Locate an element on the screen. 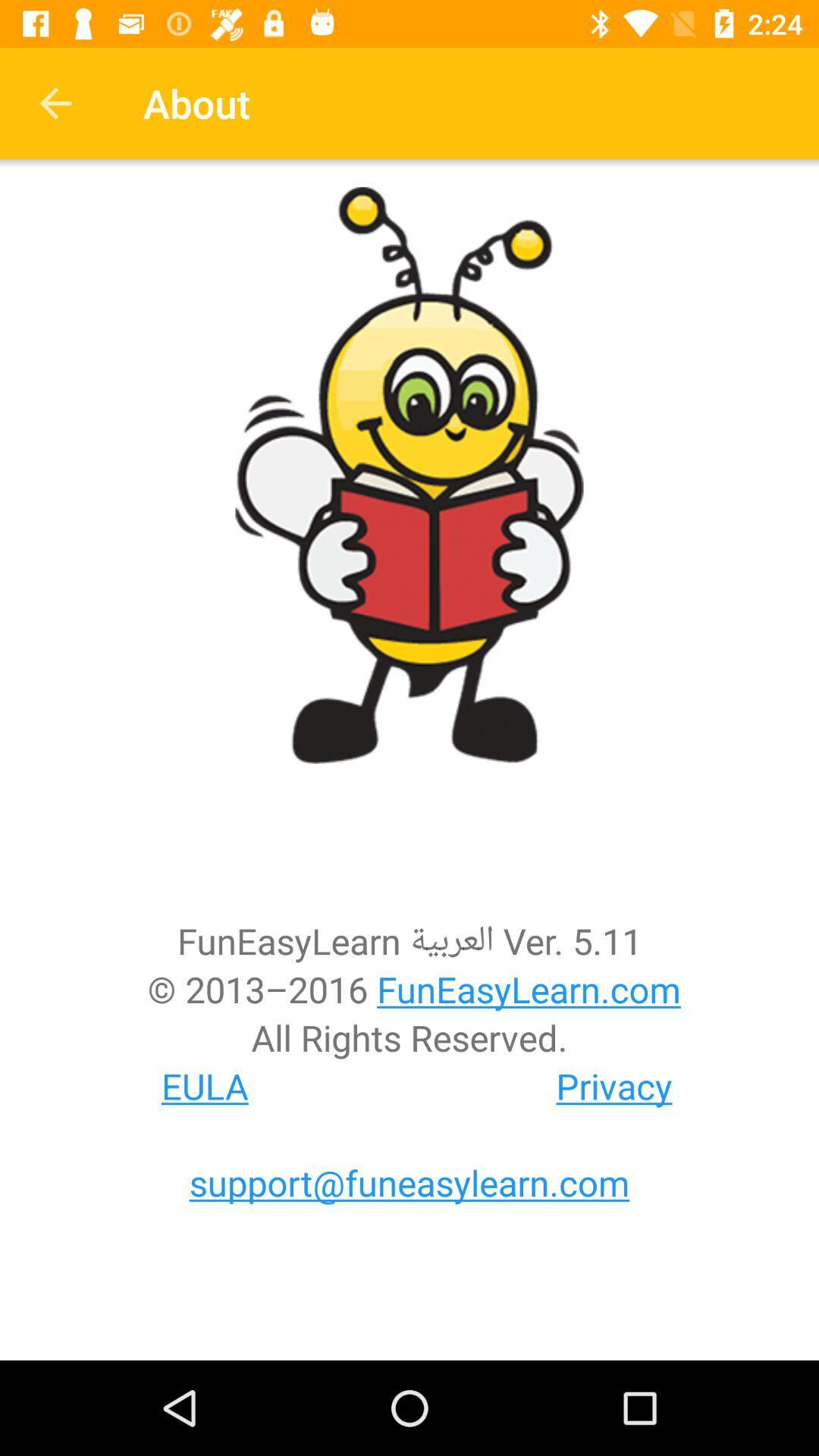  2013 2016 funeasylearn item is located at coordinates (409, 989).